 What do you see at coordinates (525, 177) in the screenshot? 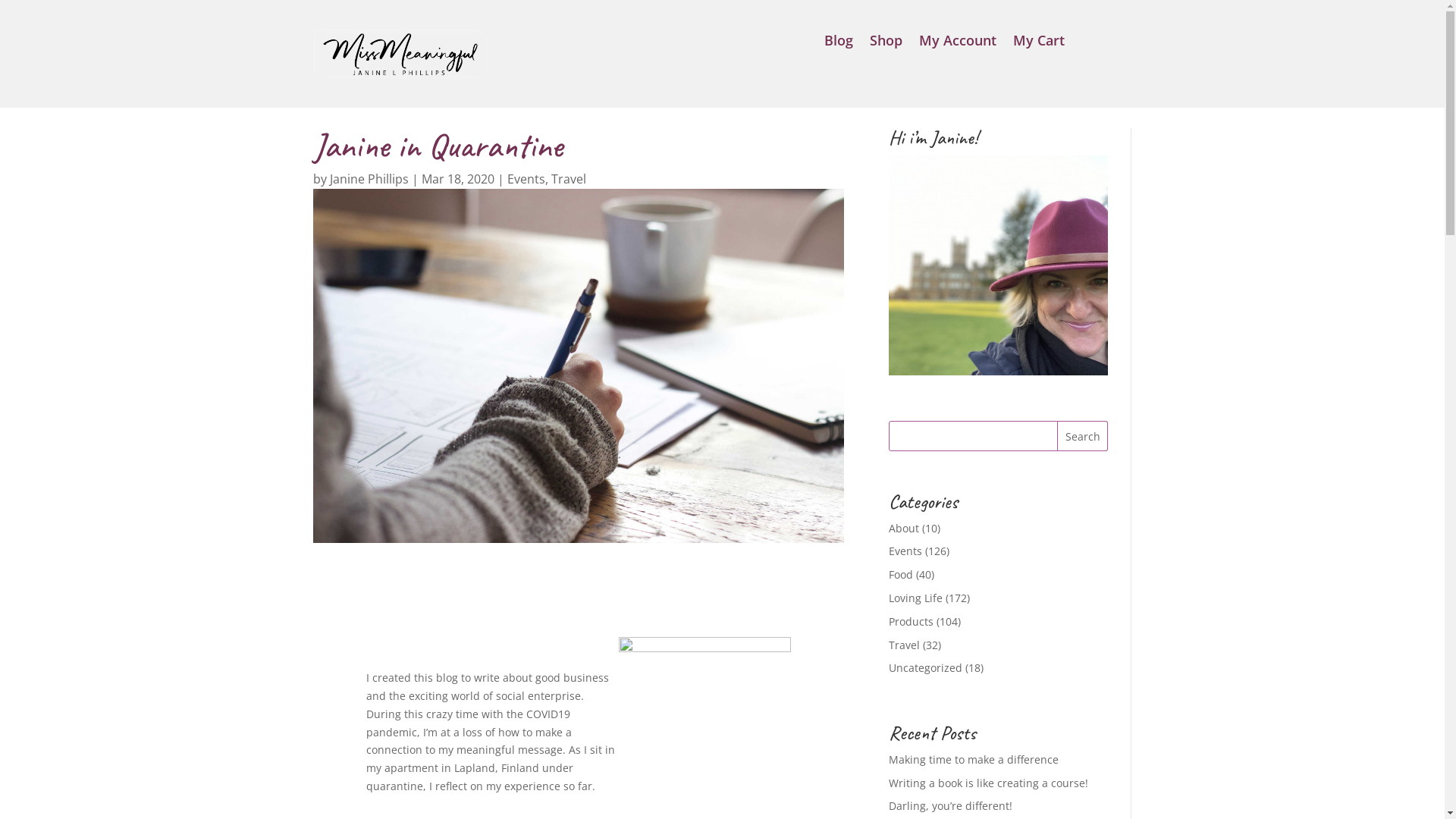
I see `'Events'` at bounding box center [525, 177].